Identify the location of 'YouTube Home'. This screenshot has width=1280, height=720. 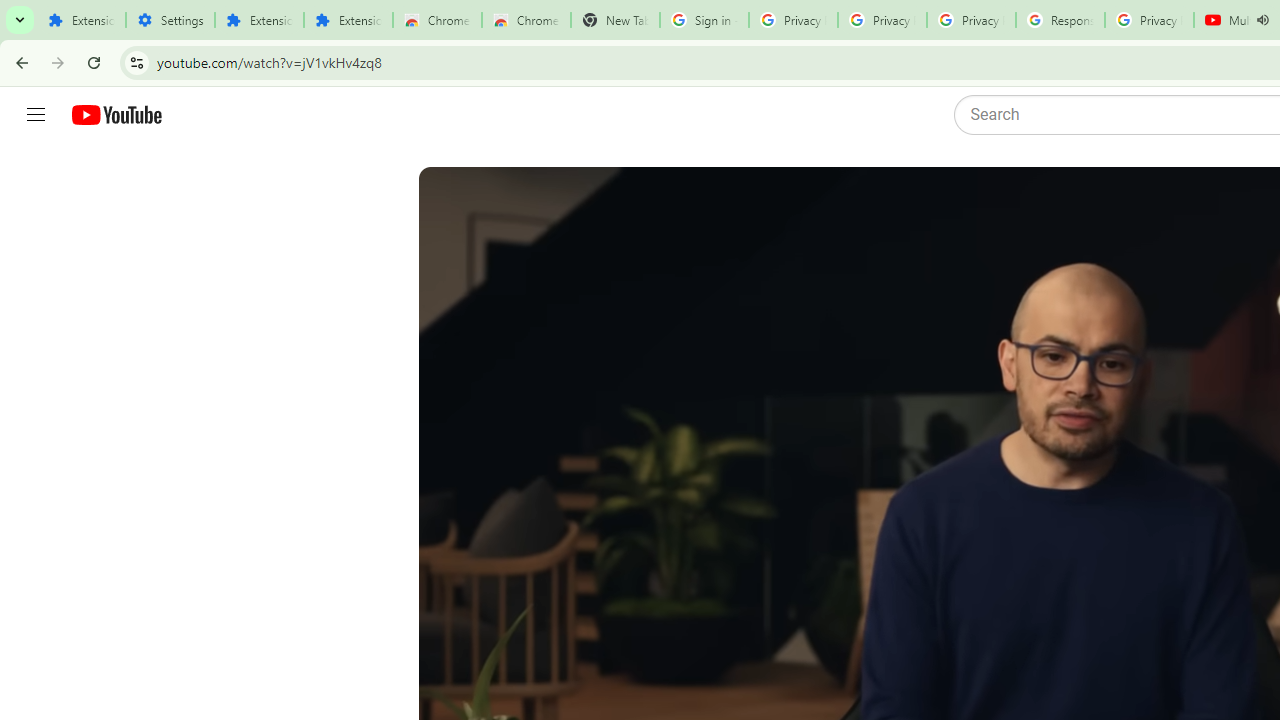
(115, 115).